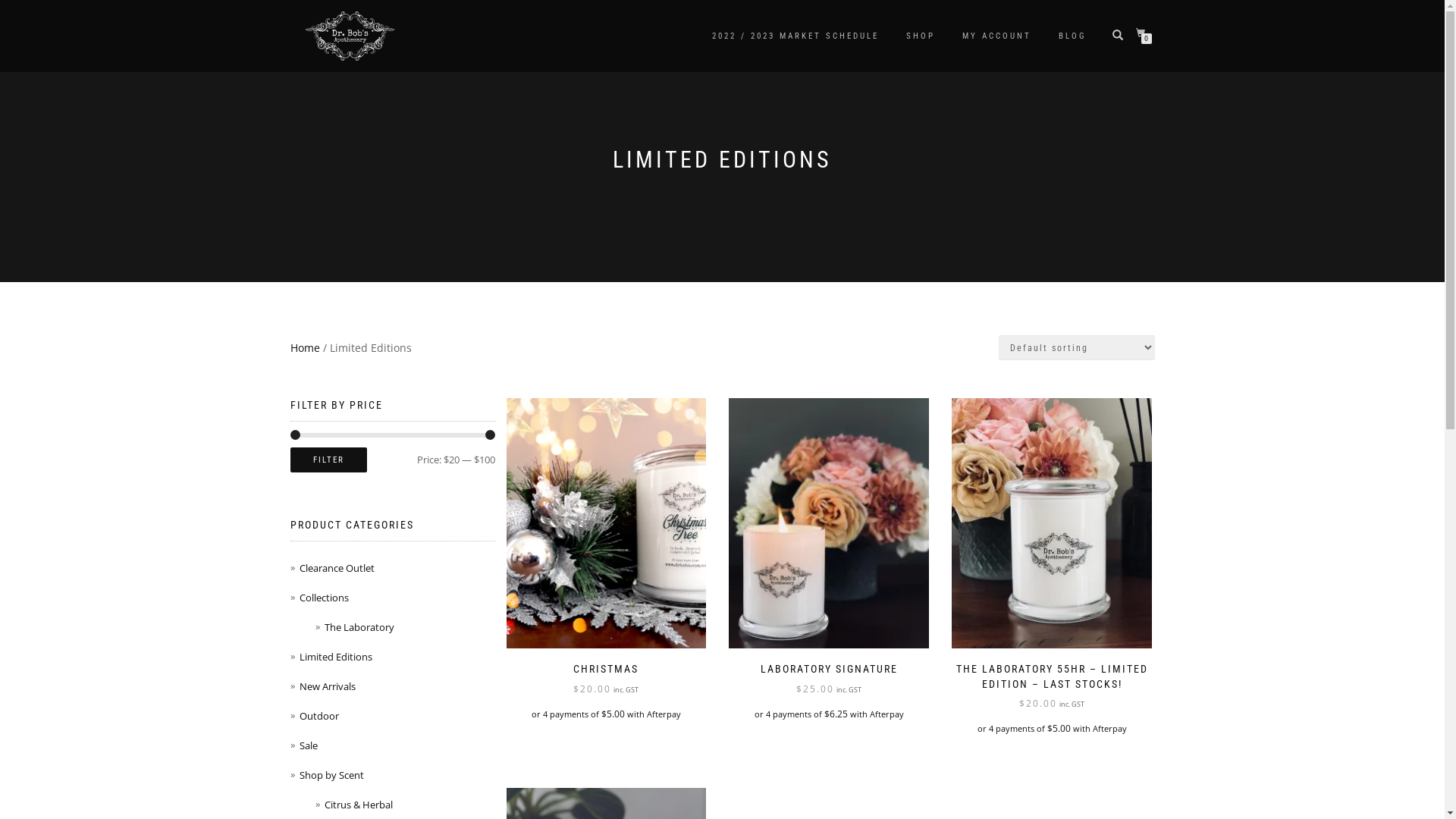  Describe the element at coordinates (307, 745) in the screenshot. I see `'Sale'` at that location.